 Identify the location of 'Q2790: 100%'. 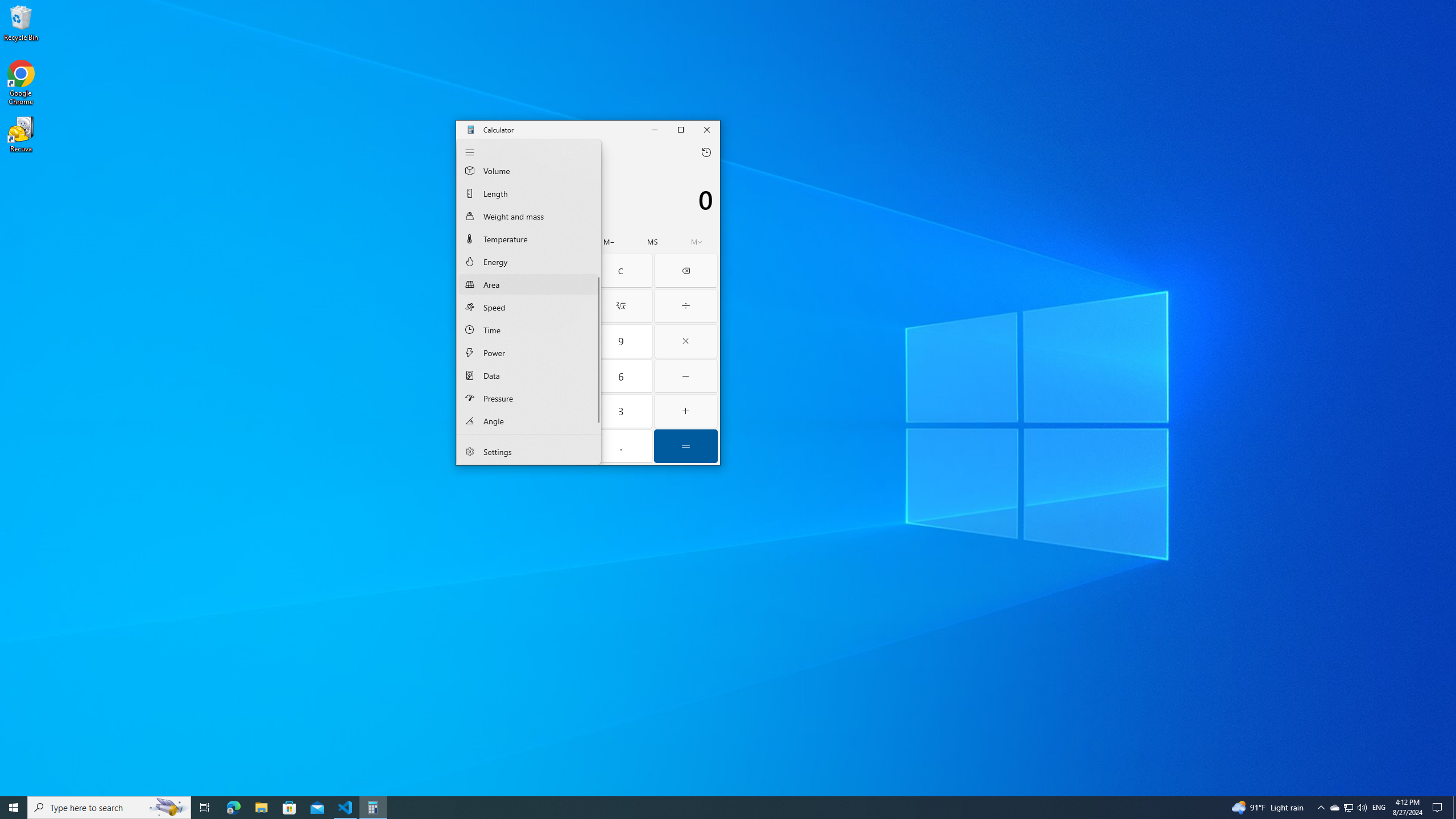
(1361, 806).